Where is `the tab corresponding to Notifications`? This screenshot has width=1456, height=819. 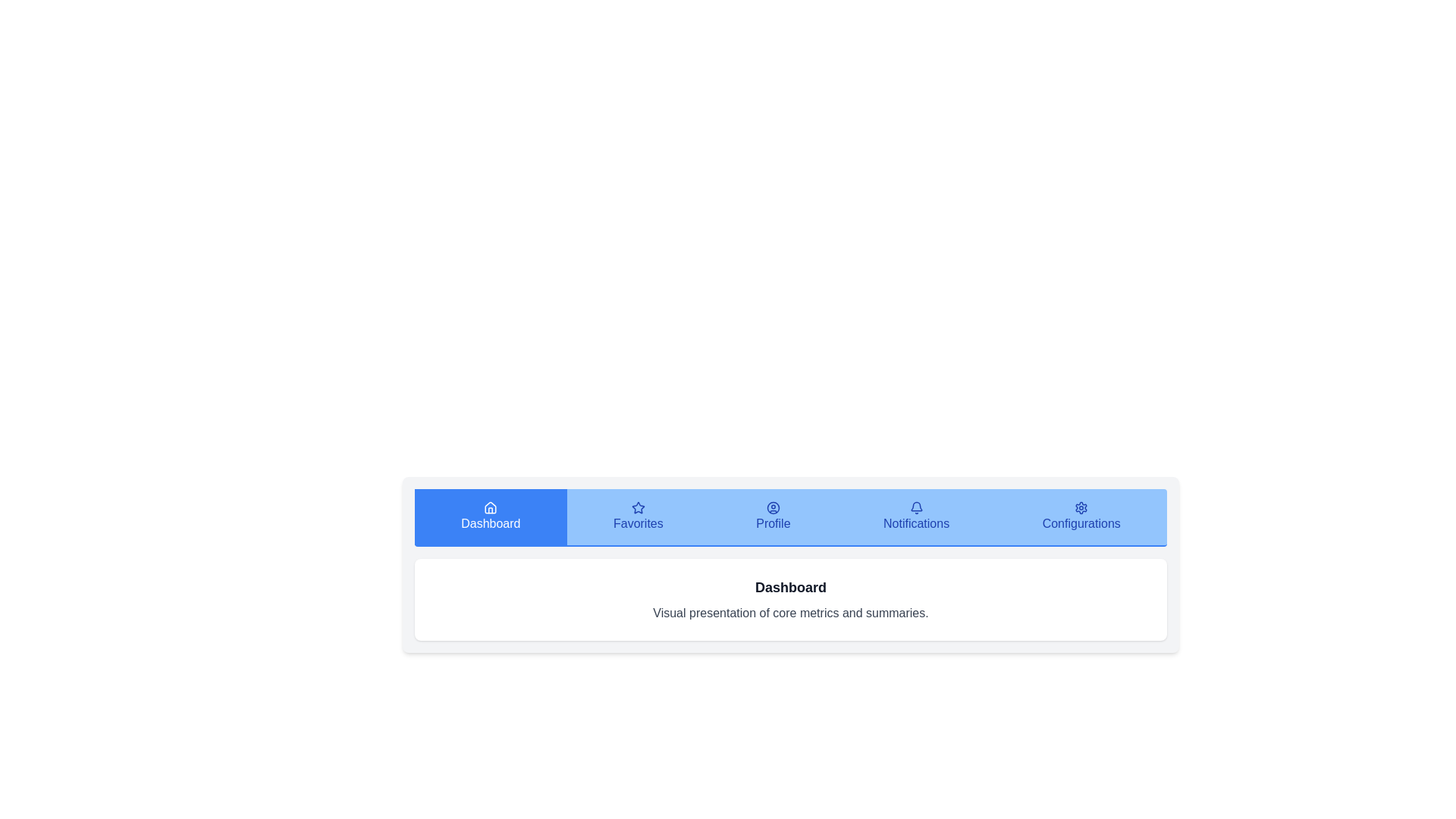 the tab corresponding to Notifications is located at coordinates (915, 516).